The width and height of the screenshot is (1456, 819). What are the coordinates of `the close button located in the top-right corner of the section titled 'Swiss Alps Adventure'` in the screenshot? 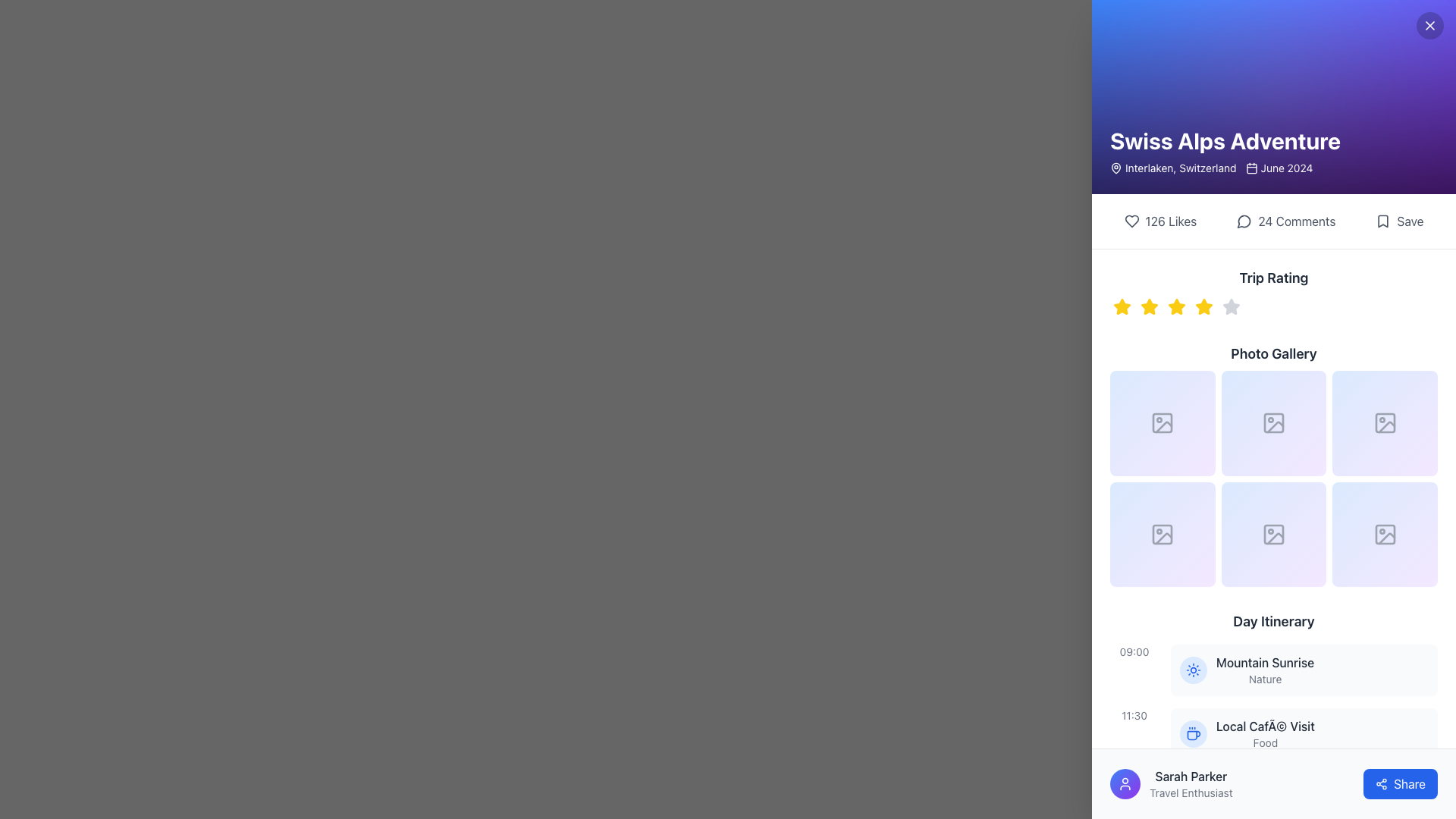 It's located at (1429, 26).